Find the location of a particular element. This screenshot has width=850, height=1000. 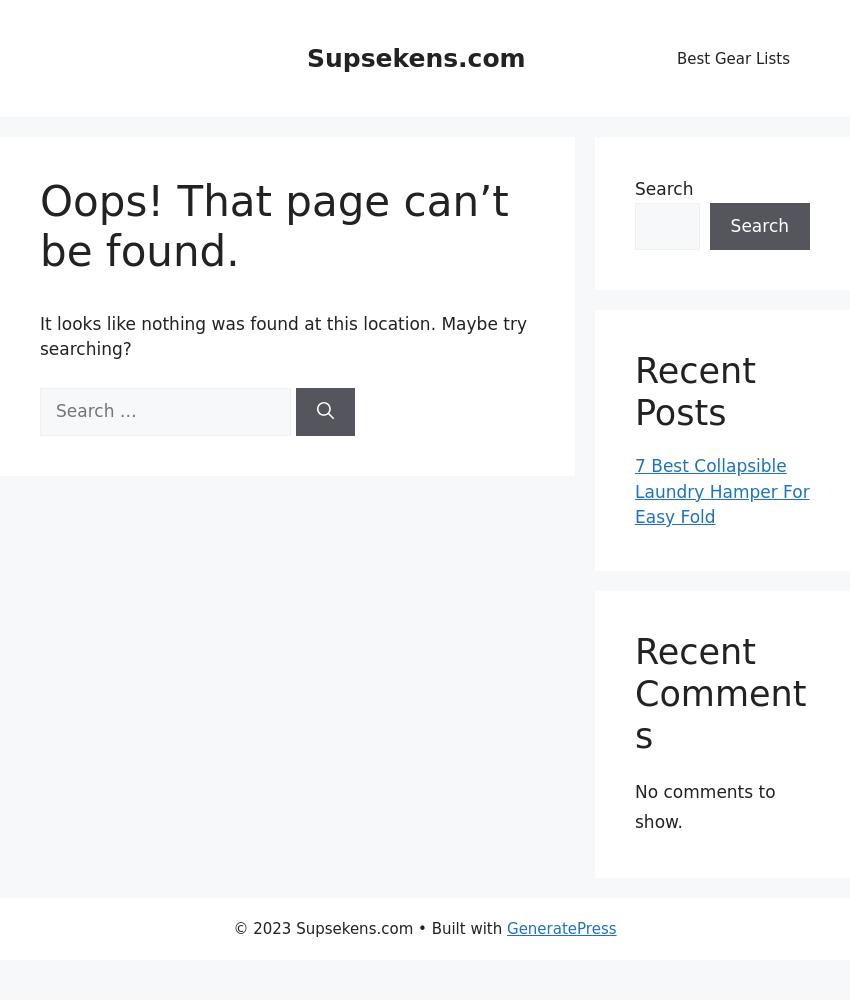

'GeneratePress' is located at coordinates (561, 928).